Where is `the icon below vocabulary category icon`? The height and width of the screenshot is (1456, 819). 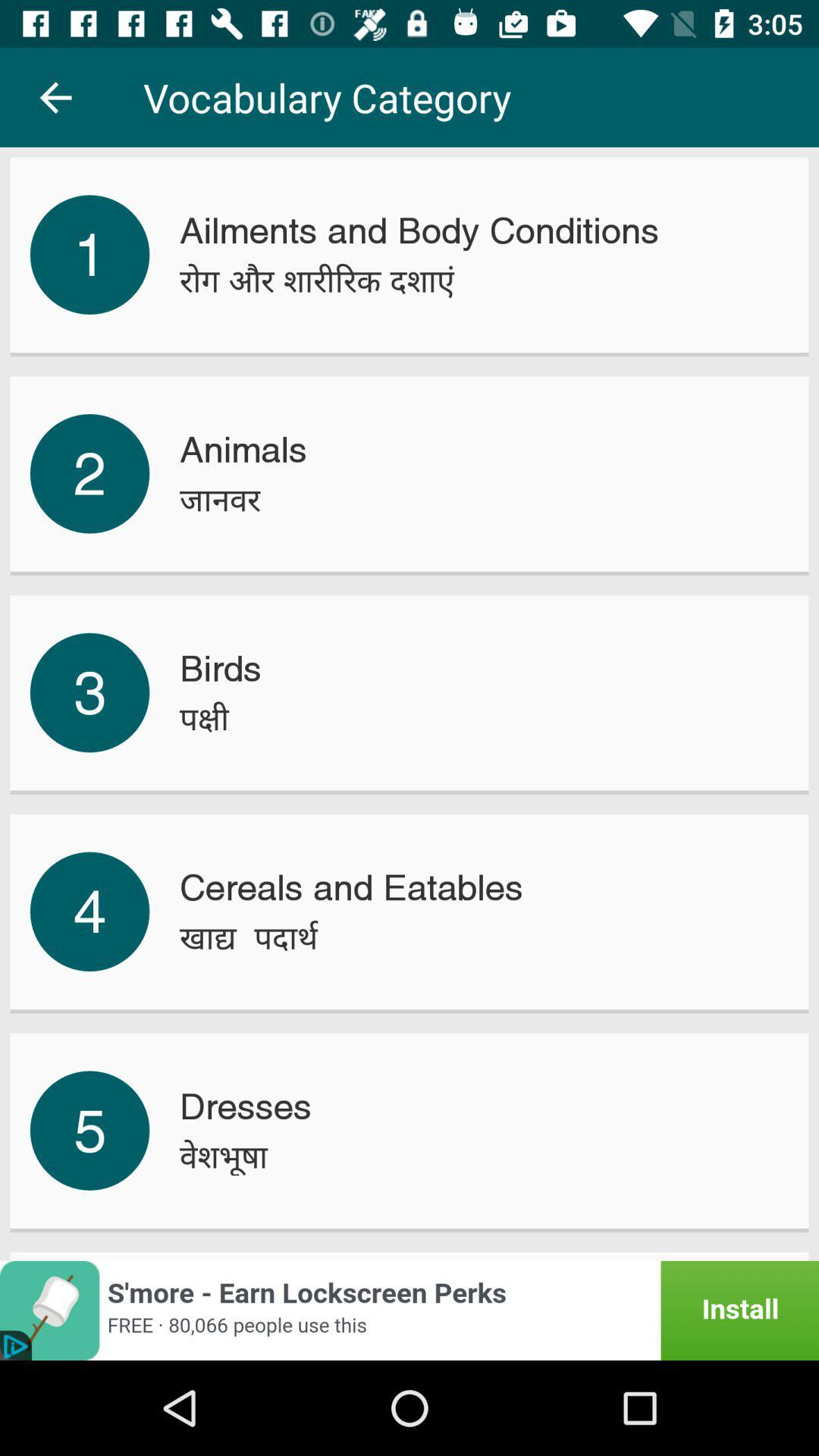
the icon below vocabulary category icon is located at coordinates (419, 230).